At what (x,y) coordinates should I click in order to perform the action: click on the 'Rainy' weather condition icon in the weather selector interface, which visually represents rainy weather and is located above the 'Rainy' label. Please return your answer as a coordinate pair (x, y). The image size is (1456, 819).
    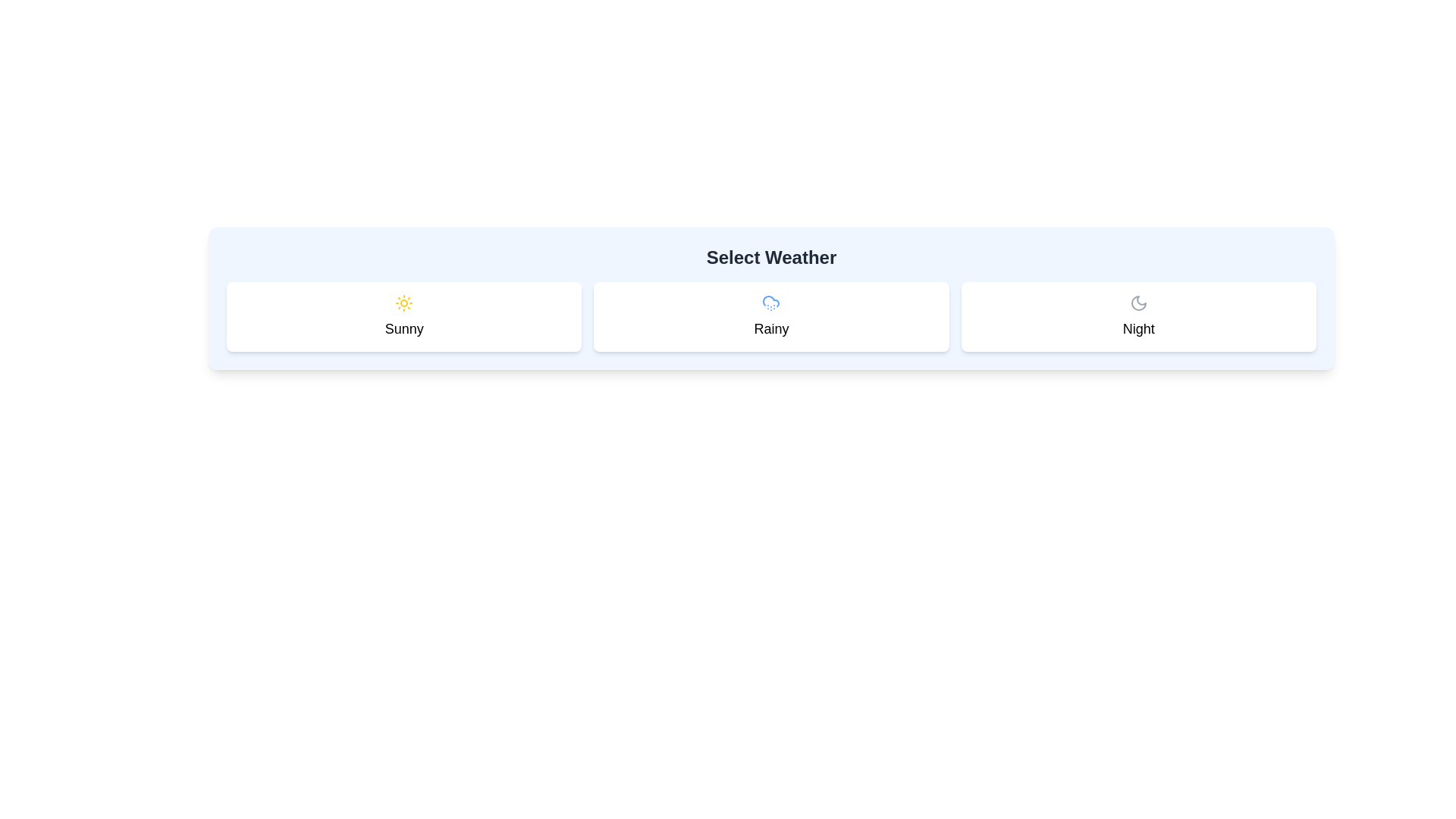
    Looking at the image, I should click on (771, 303).